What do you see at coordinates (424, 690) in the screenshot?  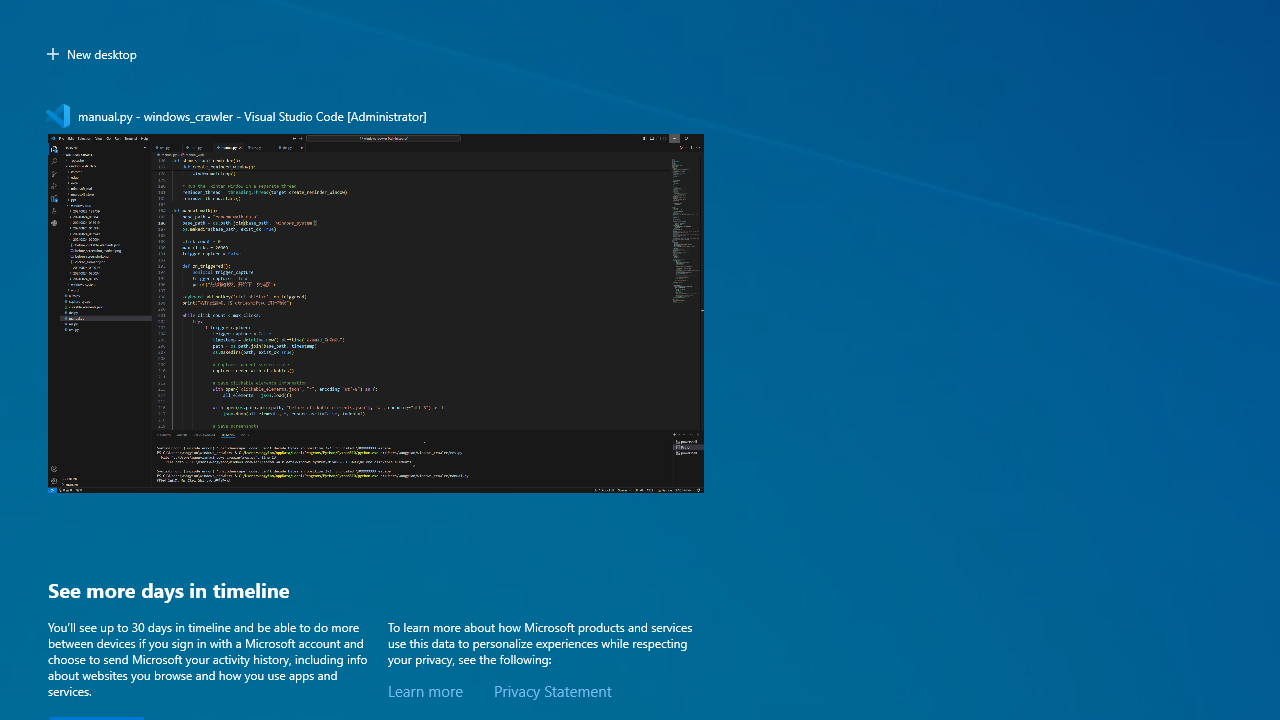 I see `'Learn more'` at bounding box center [424, 690].